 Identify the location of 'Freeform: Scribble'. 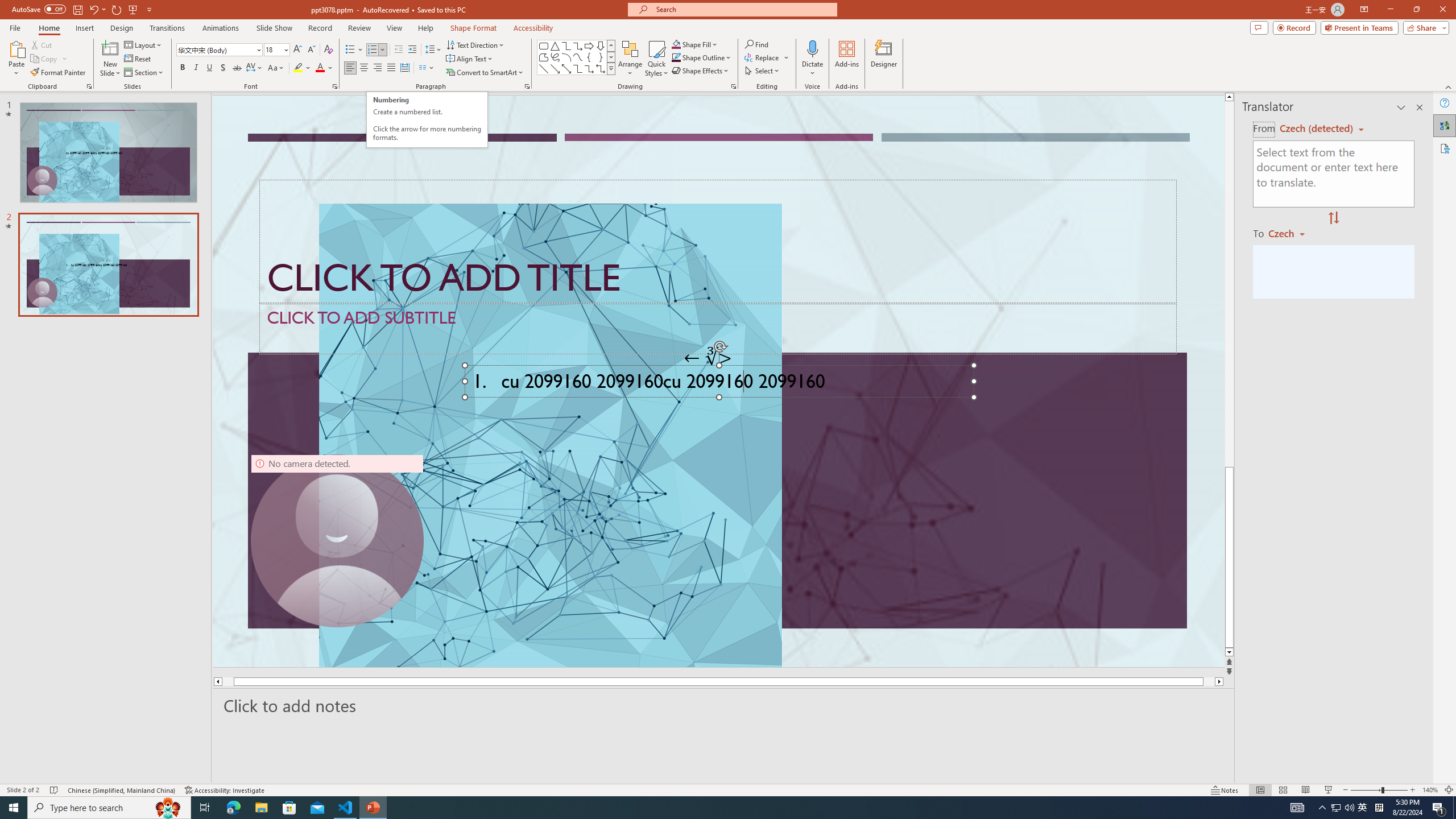
(554, 56).